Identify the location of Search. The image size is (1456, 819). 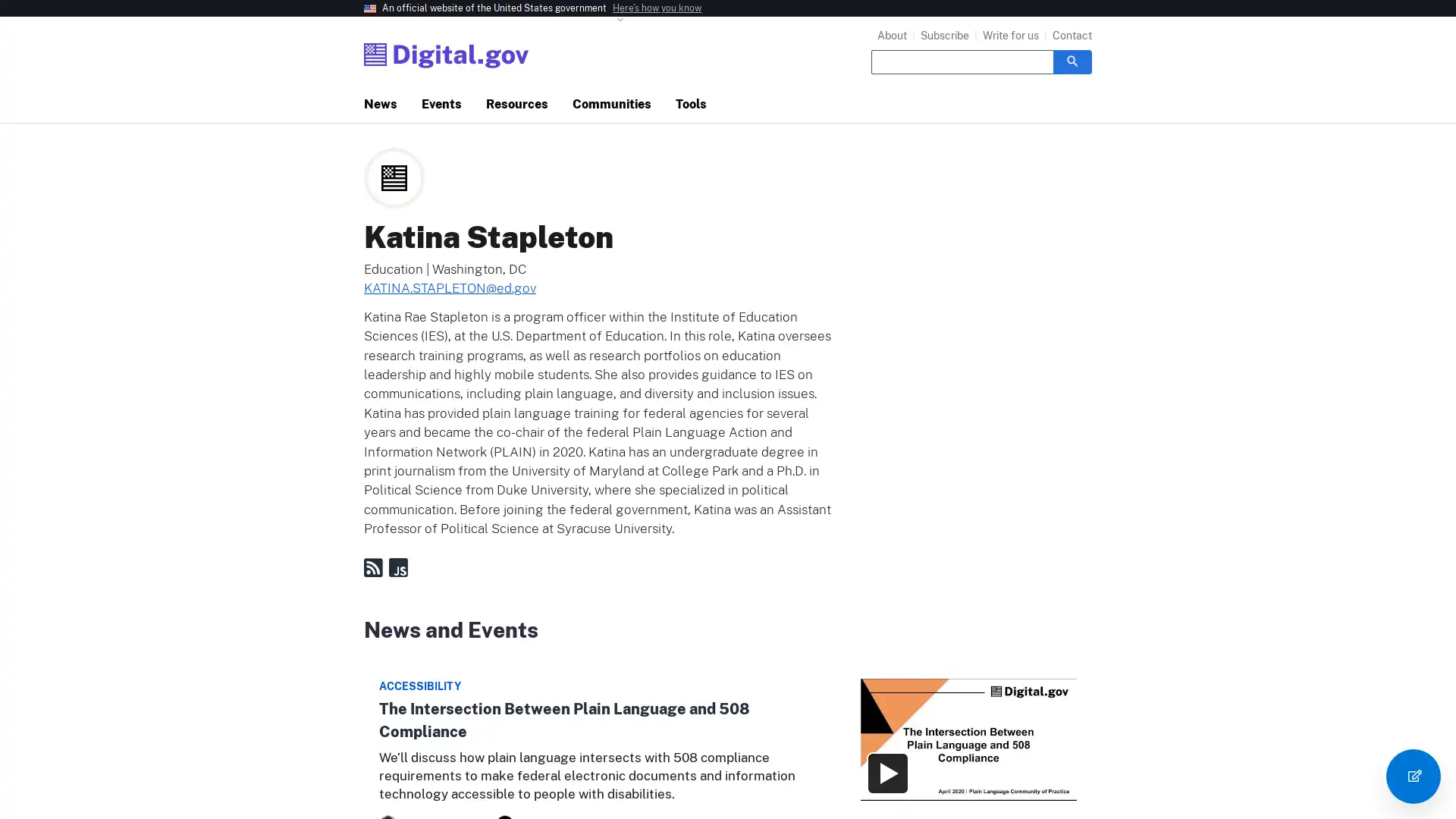
(1072, 61).